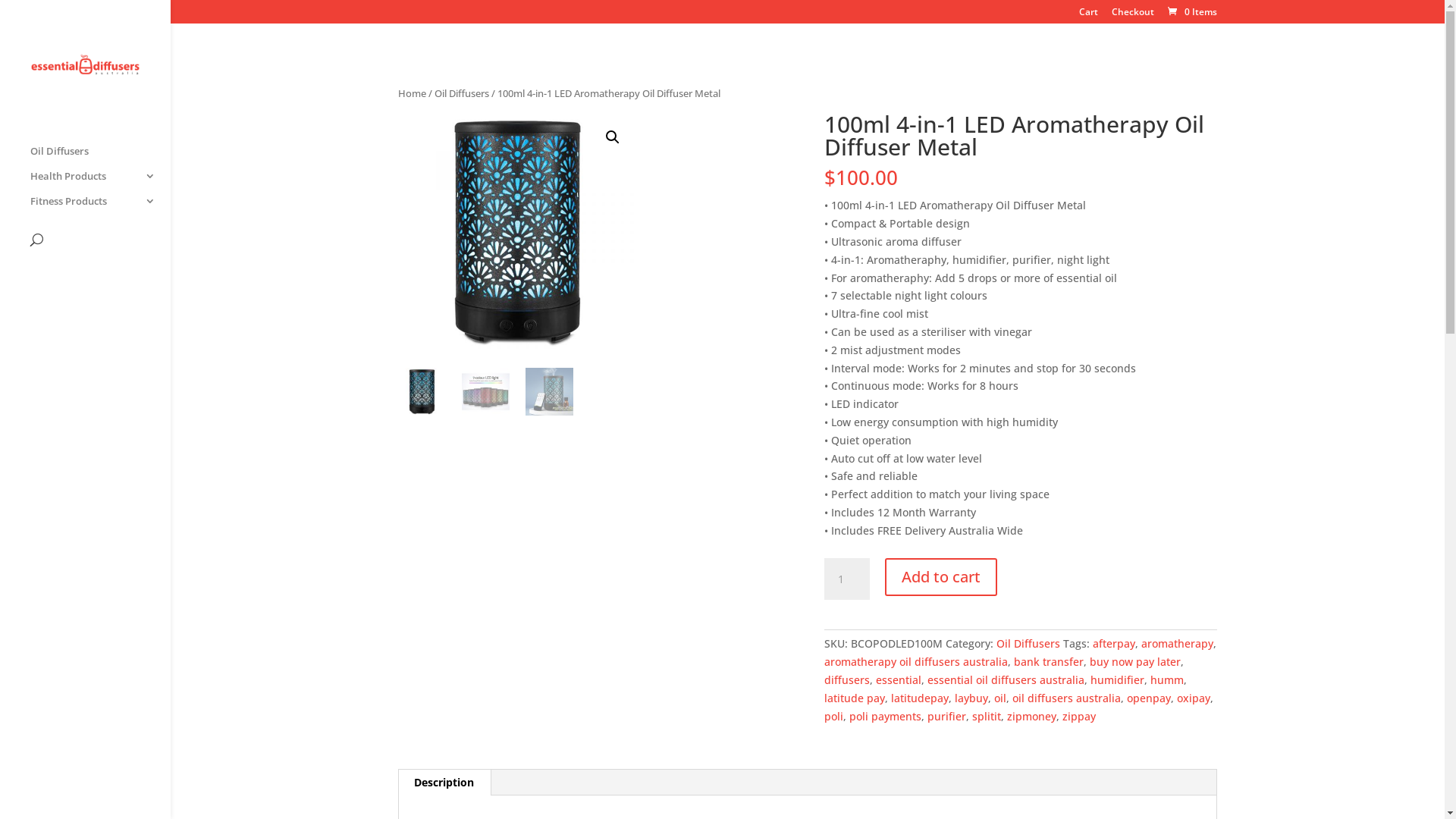 This screenshot has width=1456, height=819. Describe the element at coordinates (1087, 15) in the screenshot. I see `'Cart'` at that location.